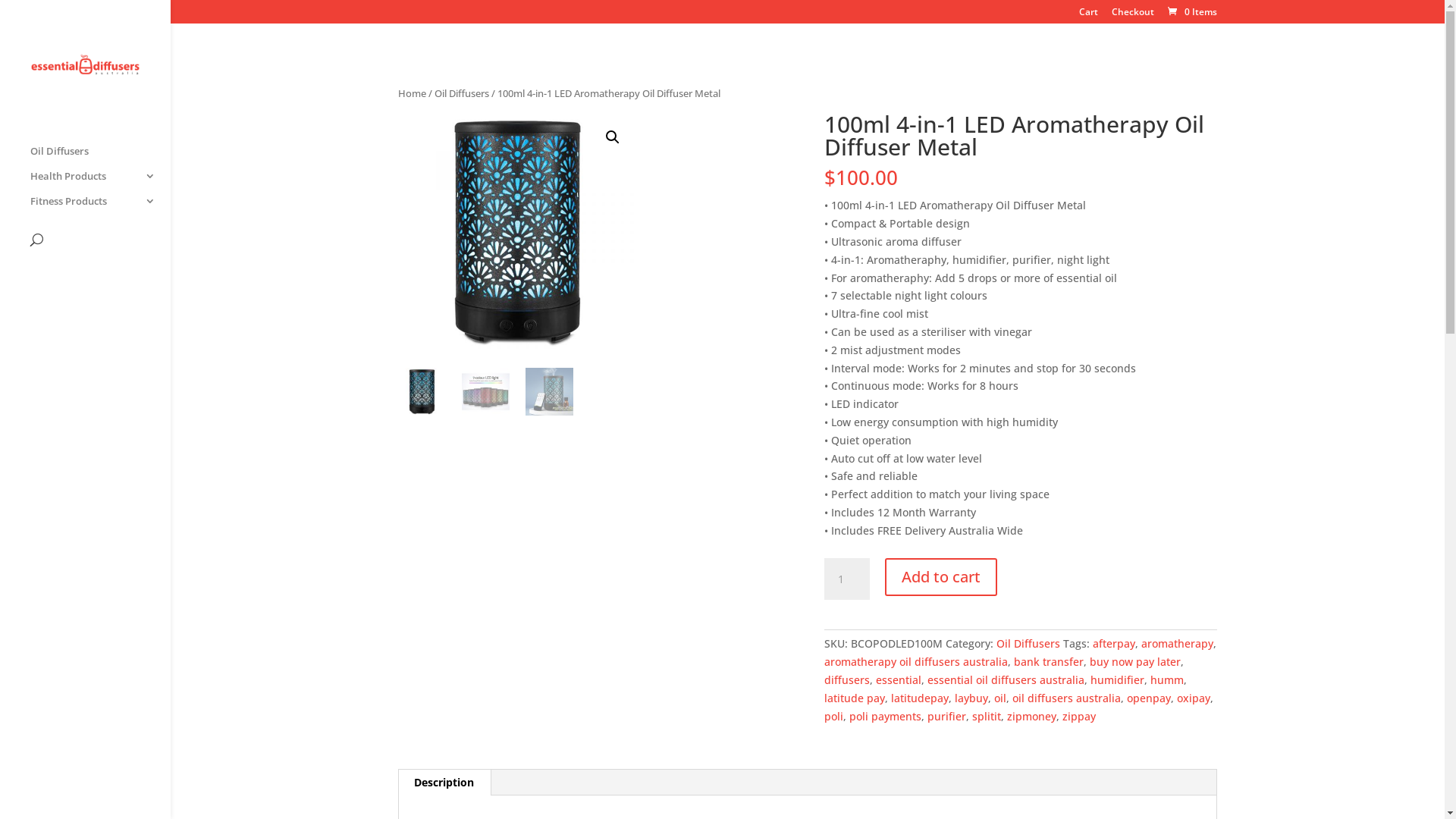 This screenshot has width=1456, height=819. Describe the element at coordinates (1087, 15) in the screenshot. I see `'Cart'` at that location.